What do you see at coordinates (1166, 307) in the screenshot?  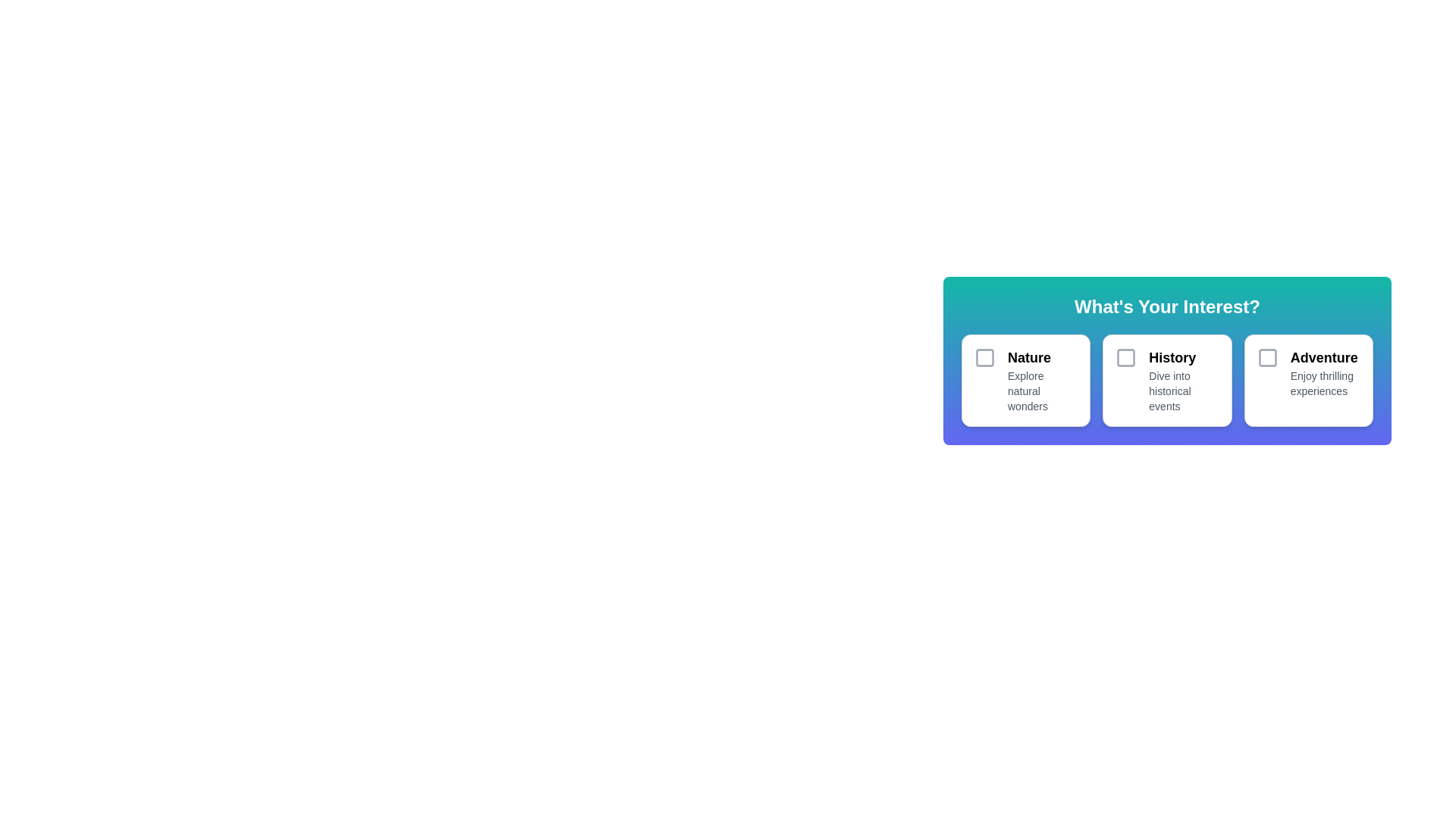 I see `the text label displaying 'What's Your Interest?' which is prominently styled in bold, large white font over a gradient background` at bounding box center [1166, 307].